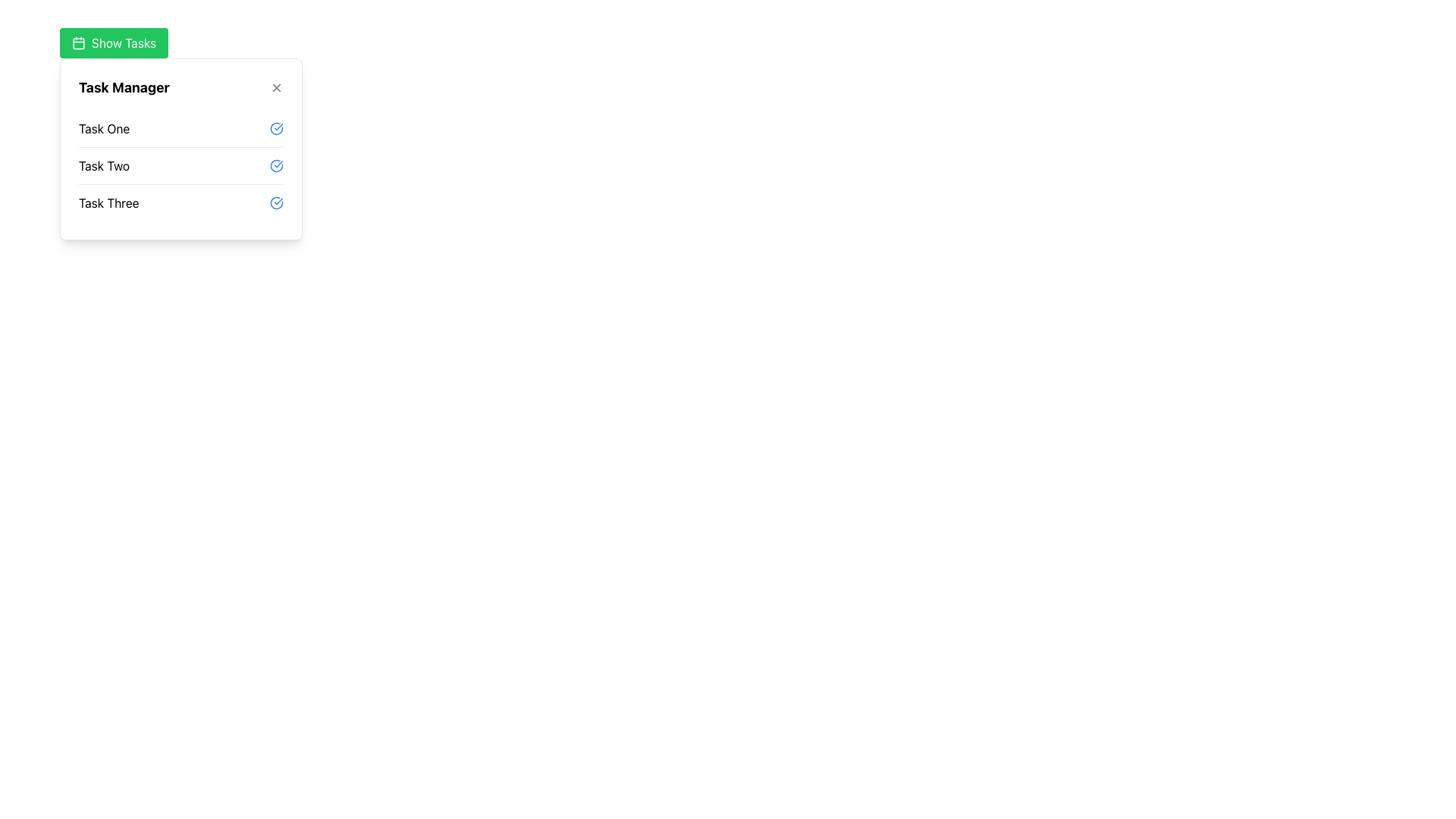 The width and height of the screenshot is (1456, 819). What do you see at coordinates (103, 127) in the screenshot?
I see `the text label displaying 'Task One'` at bounding box center [103, 127].